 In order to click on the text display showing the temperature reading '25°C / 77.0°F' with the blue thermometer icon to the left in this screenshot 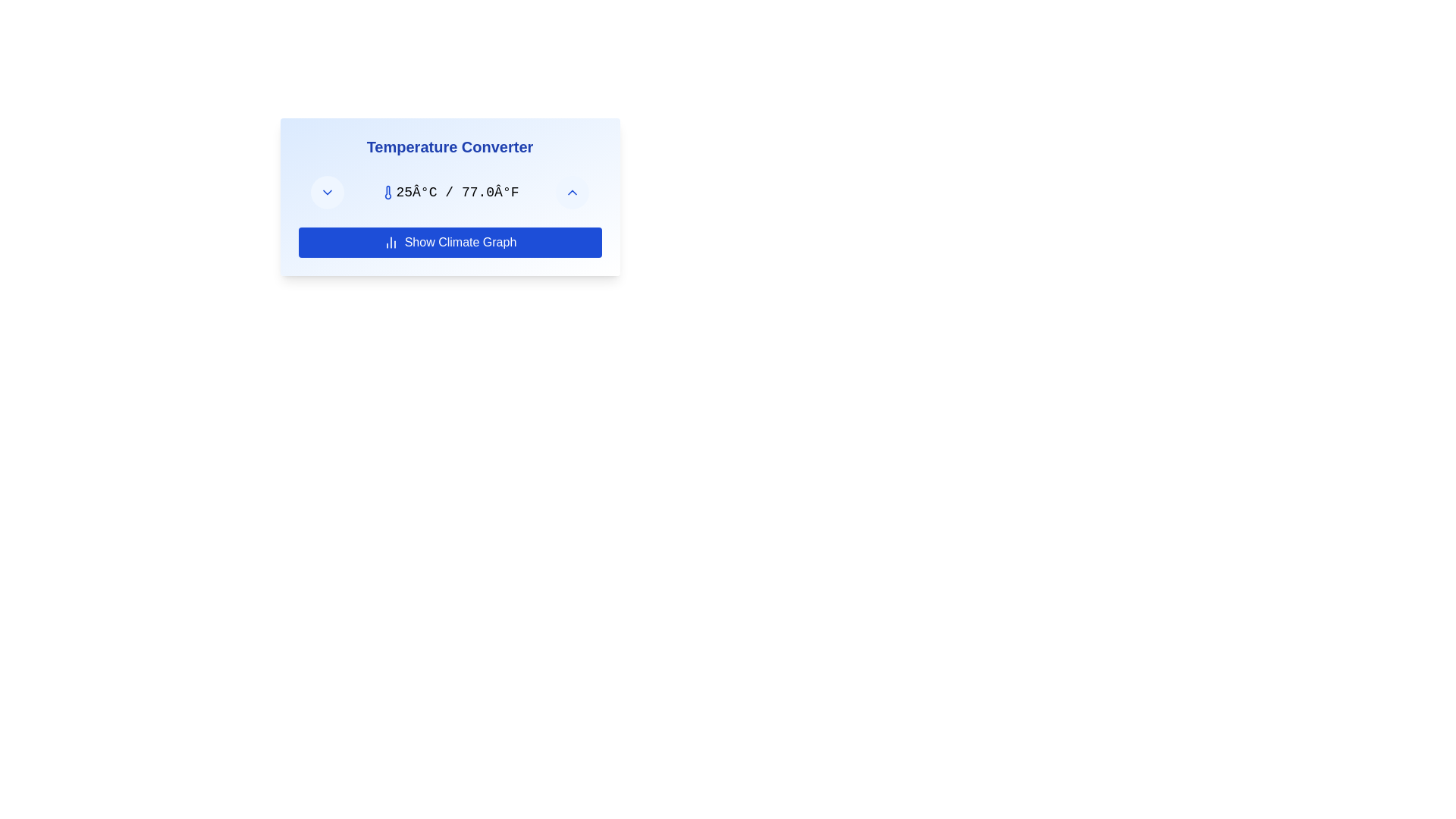, I will do `click(449, 192)`.